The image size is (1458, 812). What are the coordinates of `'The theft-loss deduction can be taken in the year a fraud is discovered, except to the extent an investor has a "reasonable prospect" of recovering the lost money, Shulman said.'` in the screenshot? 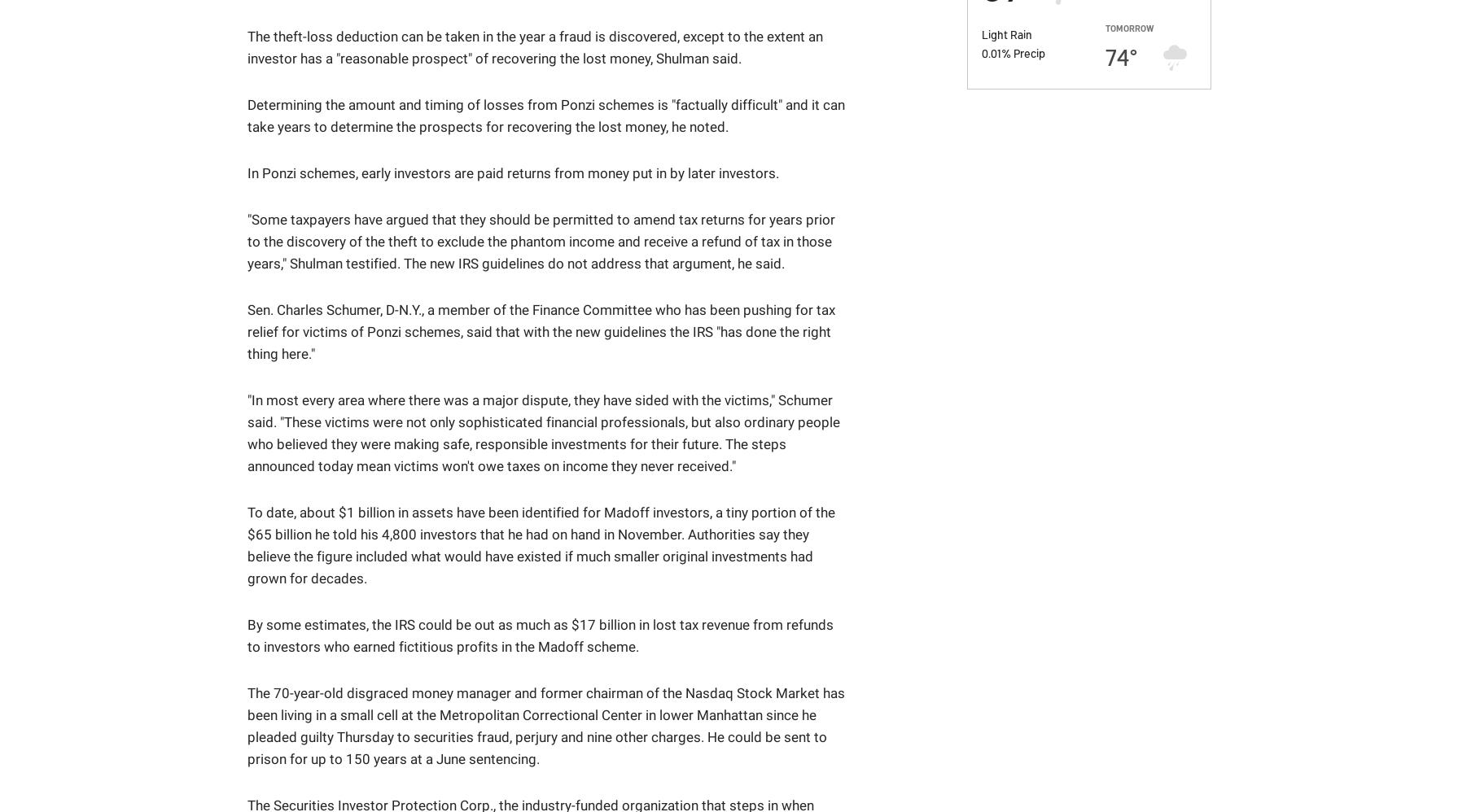 It's located at (534, 46).